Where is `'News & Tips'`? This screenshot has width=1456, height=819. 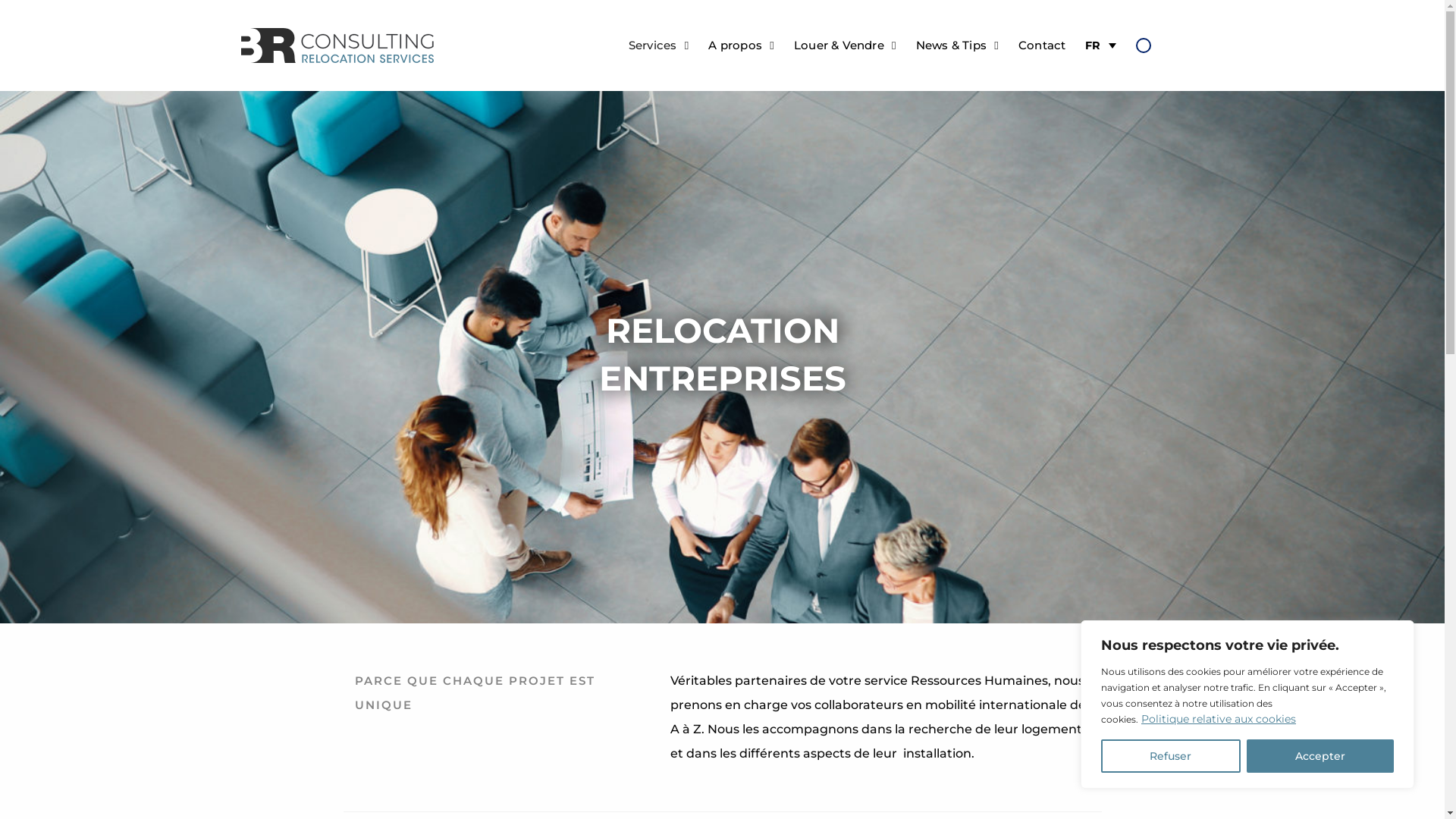 'News & Tips' is located at coordinates (903, 44).